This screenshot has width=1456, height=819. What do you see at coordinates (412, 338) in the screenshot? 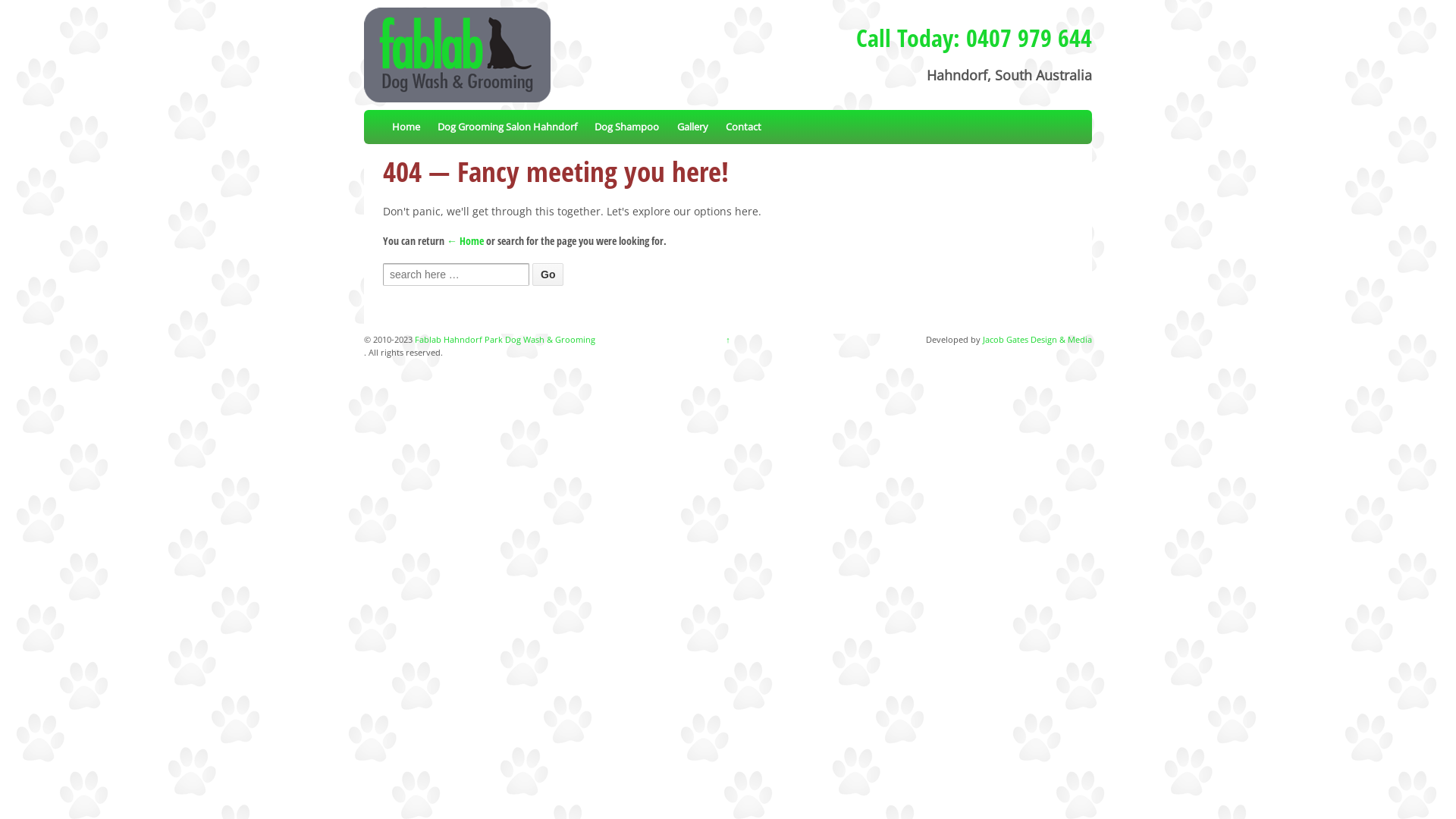
I see `'Fablab Hahndorf Park Dog Wash & Grooming'` at bounding box center [412, 338].